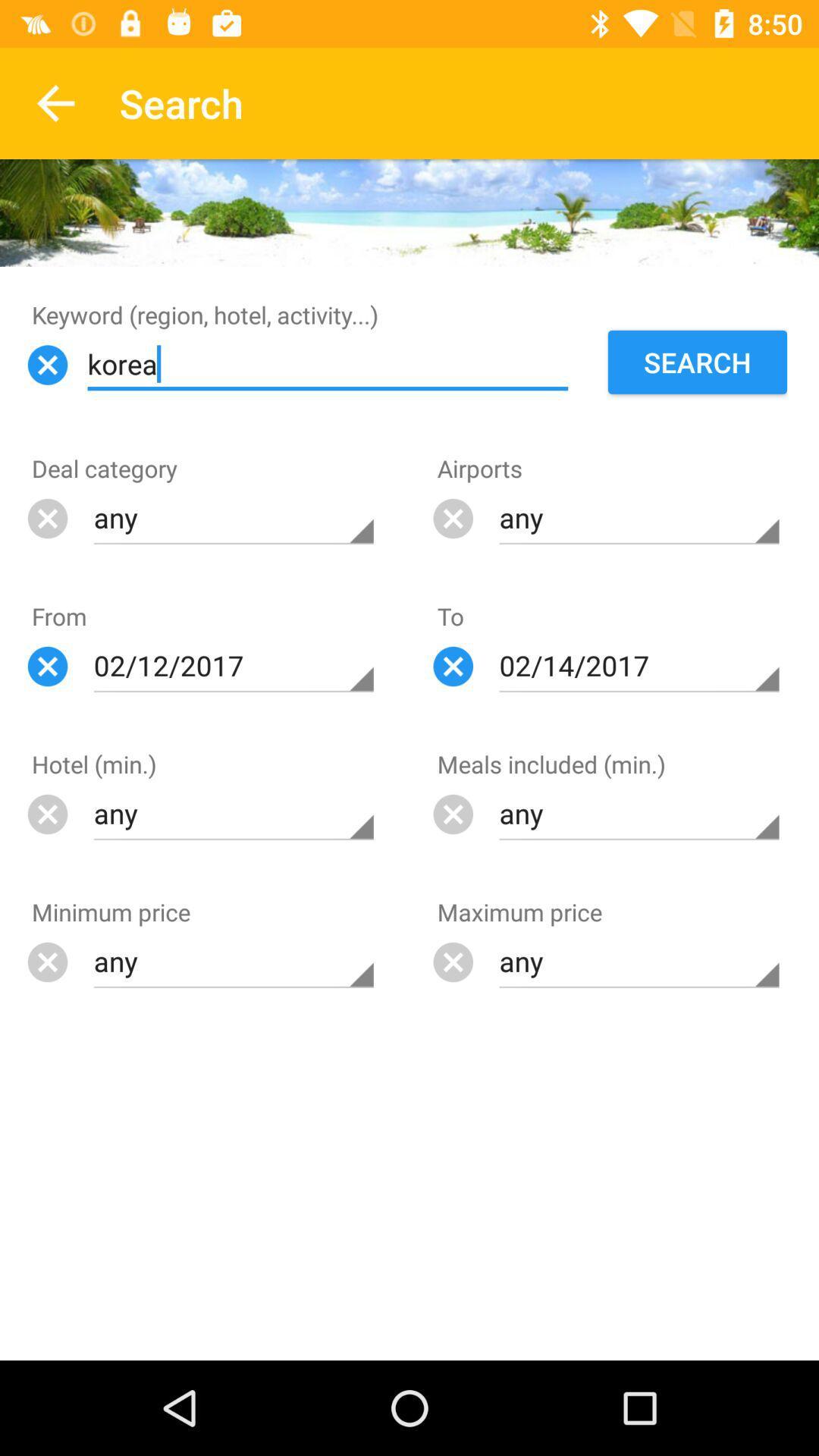  I want to click on the close icon, so click(452, 961).